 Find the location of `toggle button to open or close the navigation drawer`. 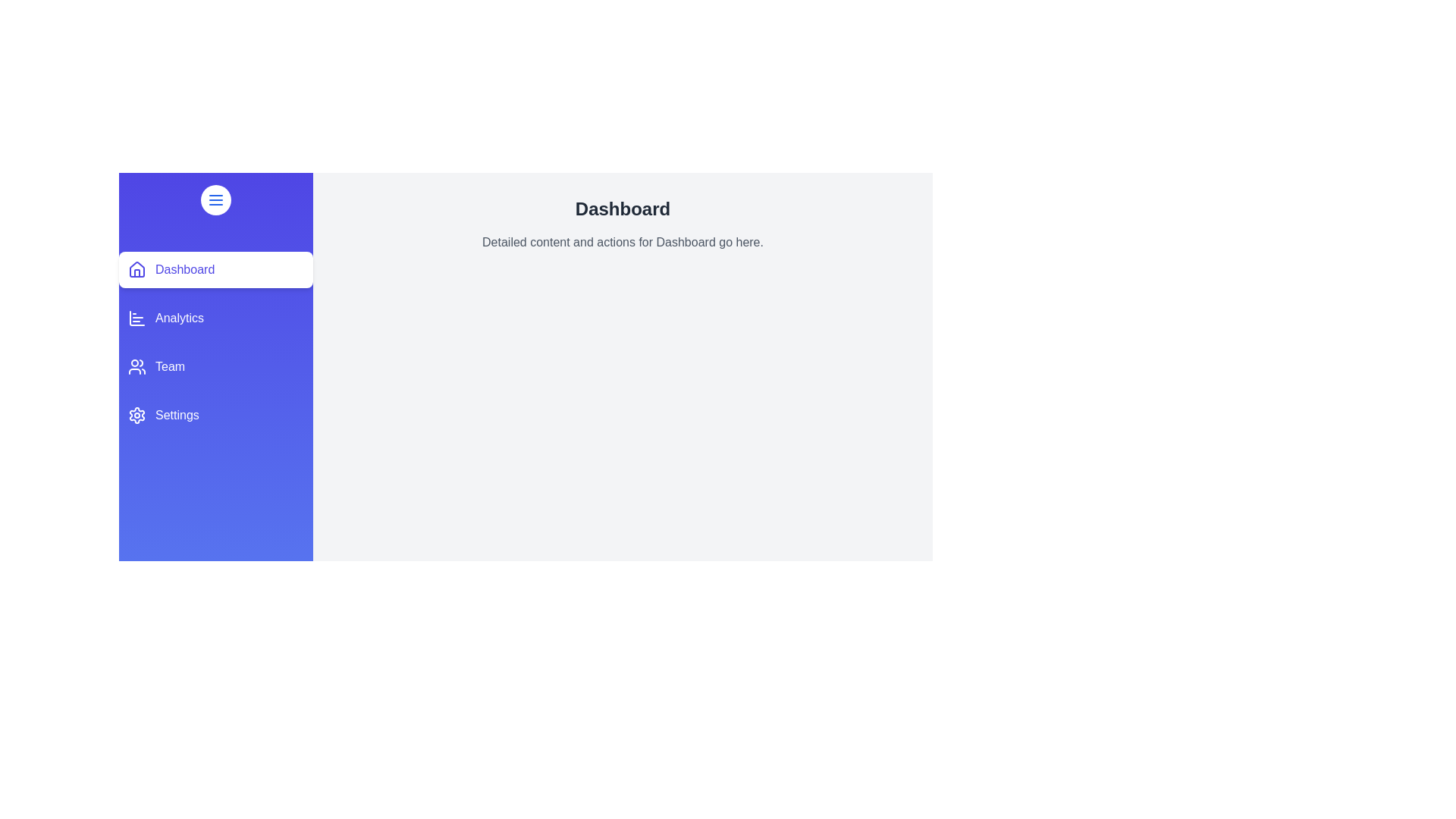

toggle button to open or close the navigation drawer is located at coordinates (215, 199).